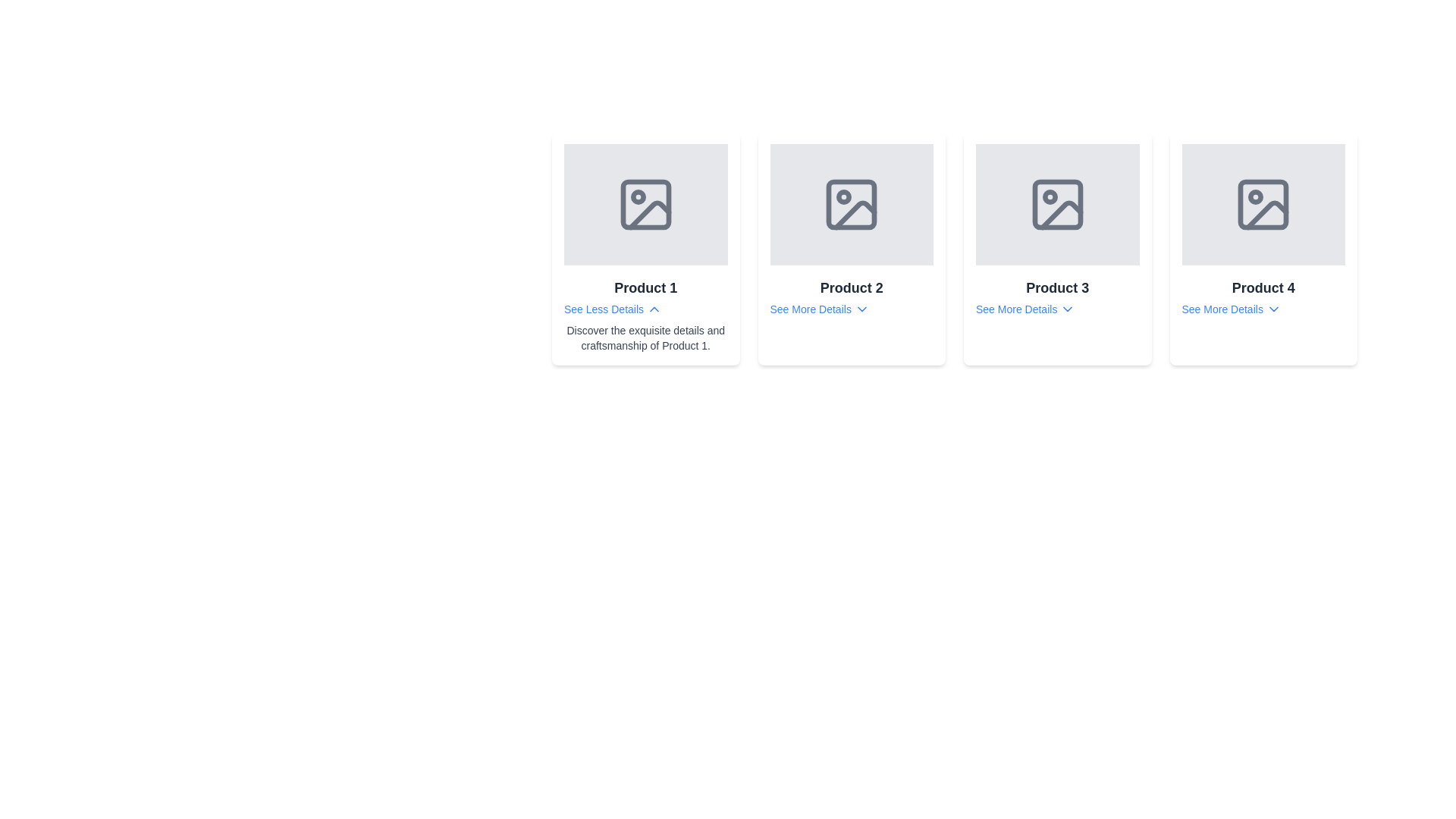 Image resolution: width=1456 pixels, height=819 pixels. I want to click on the bold text label 'Product 1', which is positioned below the placeholder image in the first product card, so click(645, 288).